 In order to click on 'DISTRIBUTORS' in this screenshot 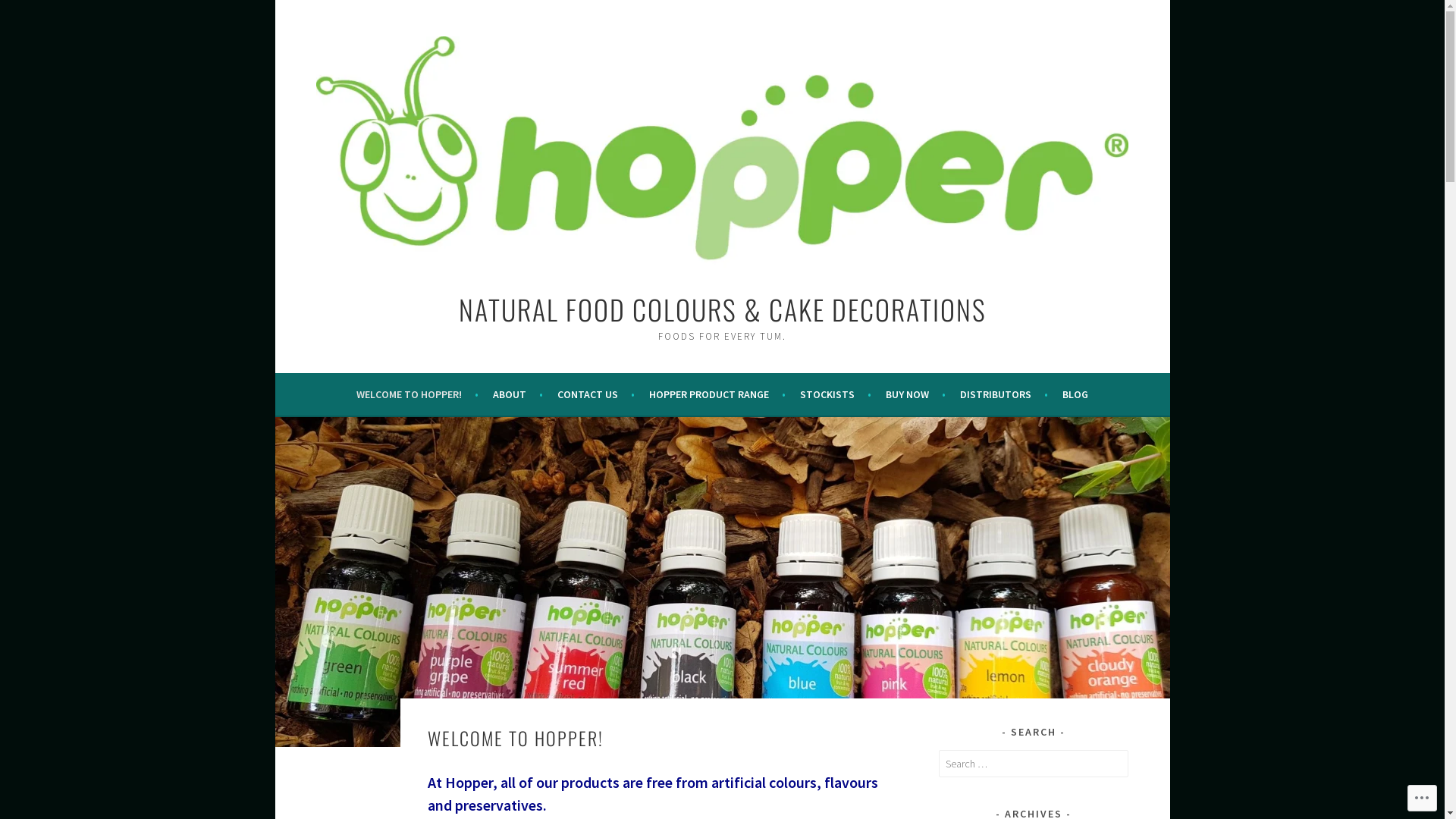, I will do `click(959, 394)`.